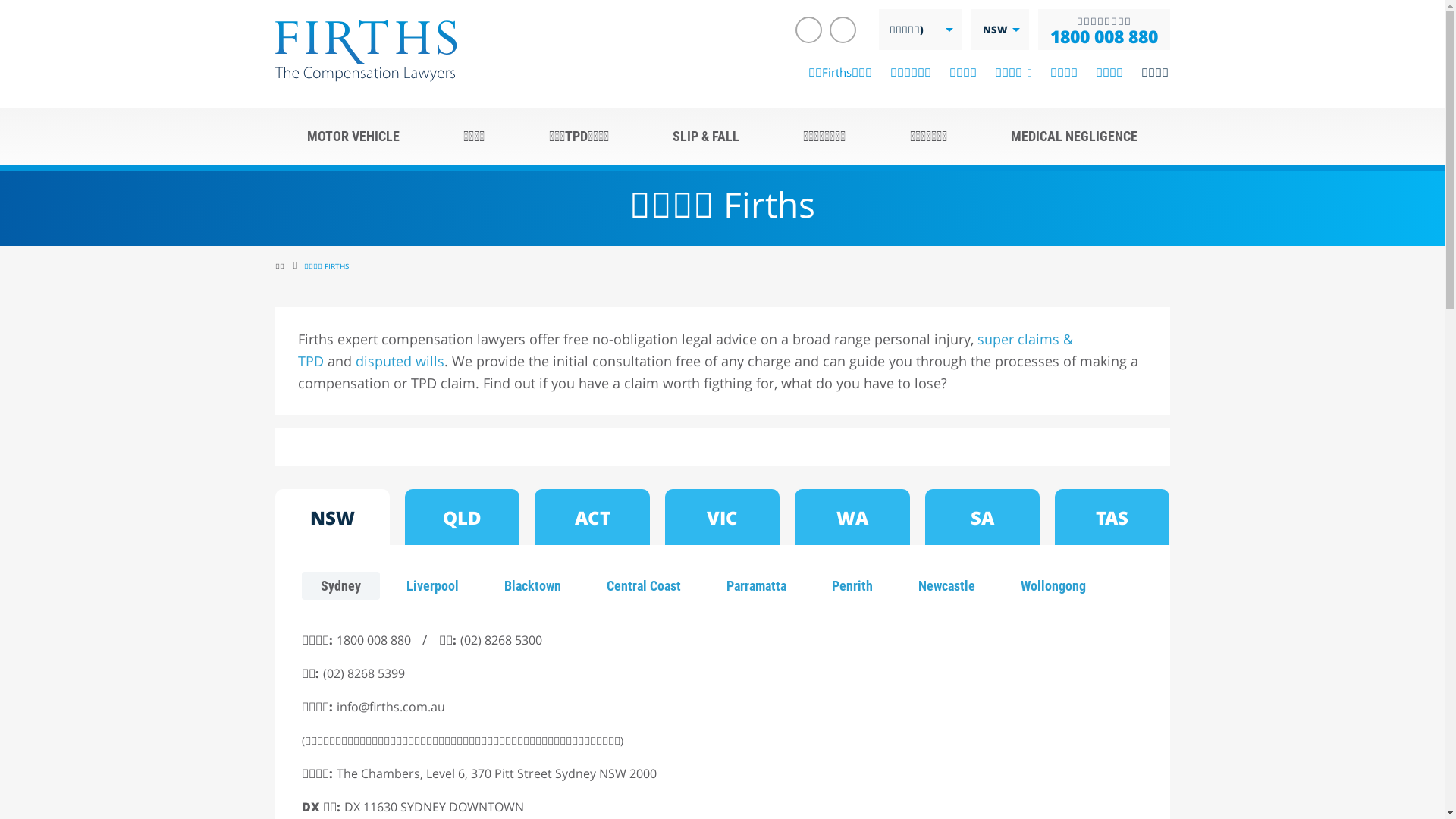  Describe the element at coordinates (399, 360) in the screenshot. I see `'disputed wills'` at that location.